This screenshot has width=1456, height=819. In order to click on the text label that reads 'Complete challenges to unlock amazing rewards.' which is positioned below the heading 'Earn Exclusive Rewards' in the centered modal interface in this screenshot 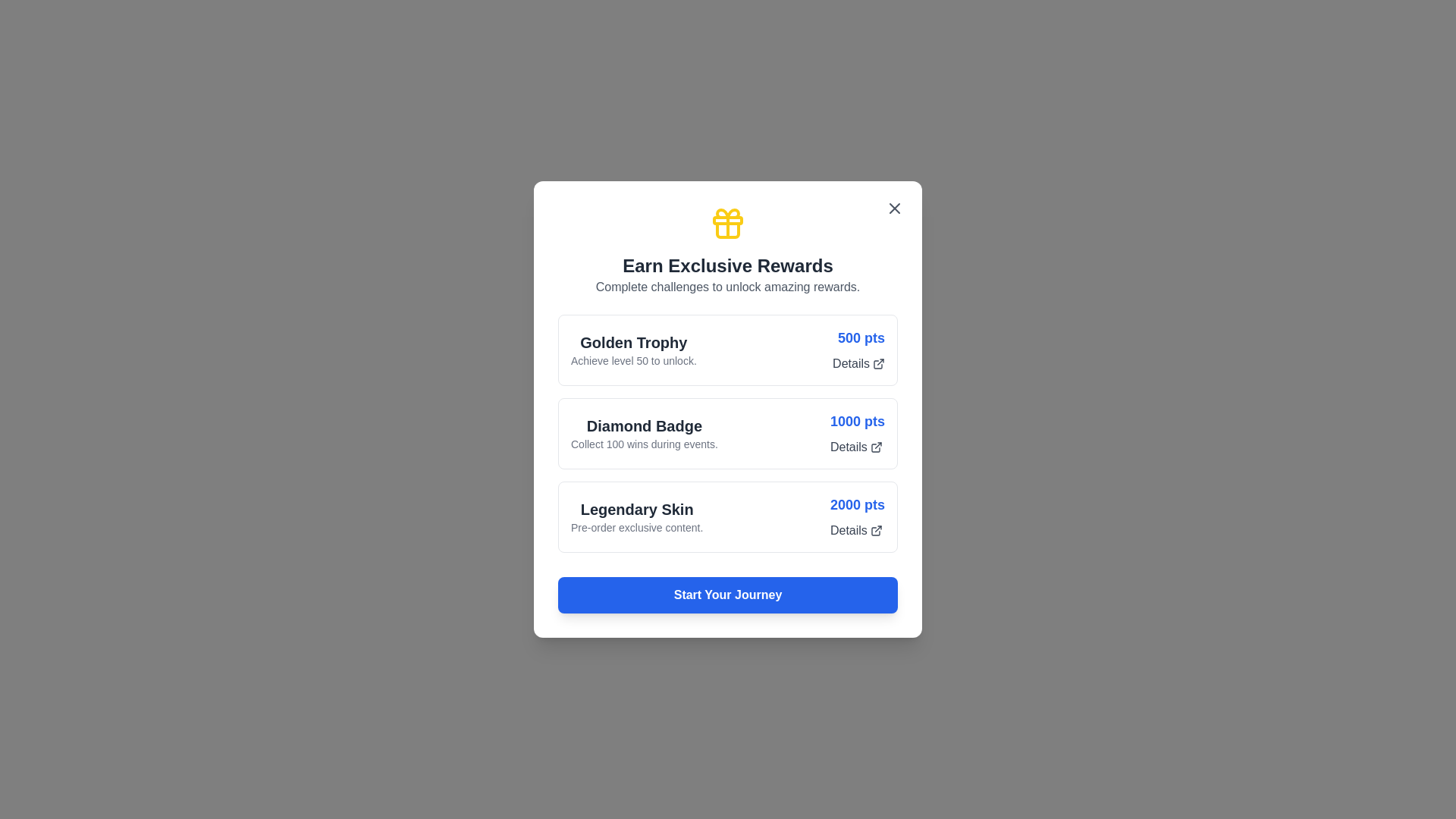, I will do `click(728, 287)`.